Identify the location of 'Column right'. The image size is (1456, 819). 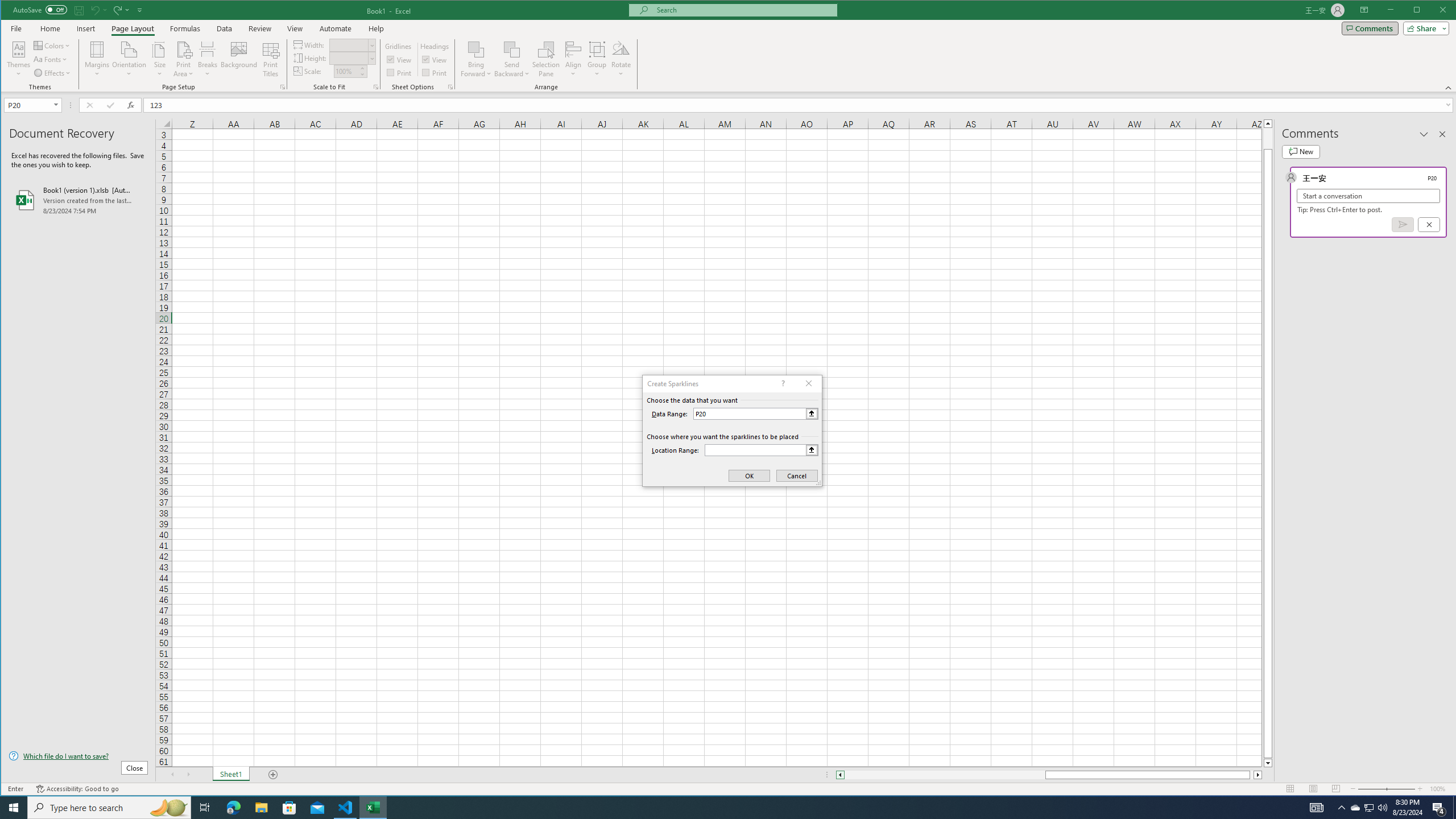
(1259, 775).